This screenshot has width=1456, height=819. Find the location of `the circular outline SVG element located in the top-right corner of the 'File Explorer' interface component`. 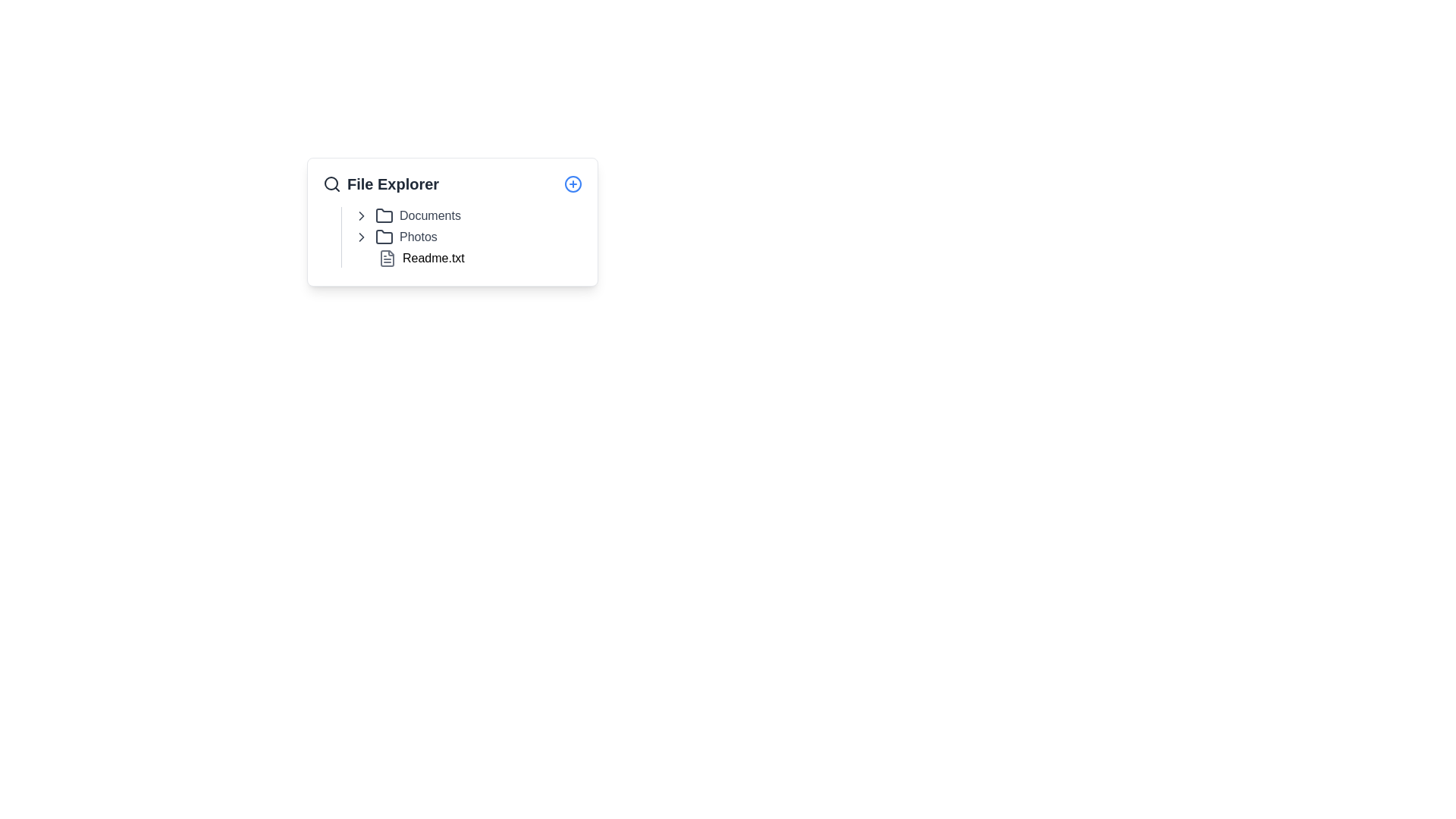

the circular outline SVG element located in the top-right corner of the 'File Explorer' interface component is located at coordinates (572, 184).